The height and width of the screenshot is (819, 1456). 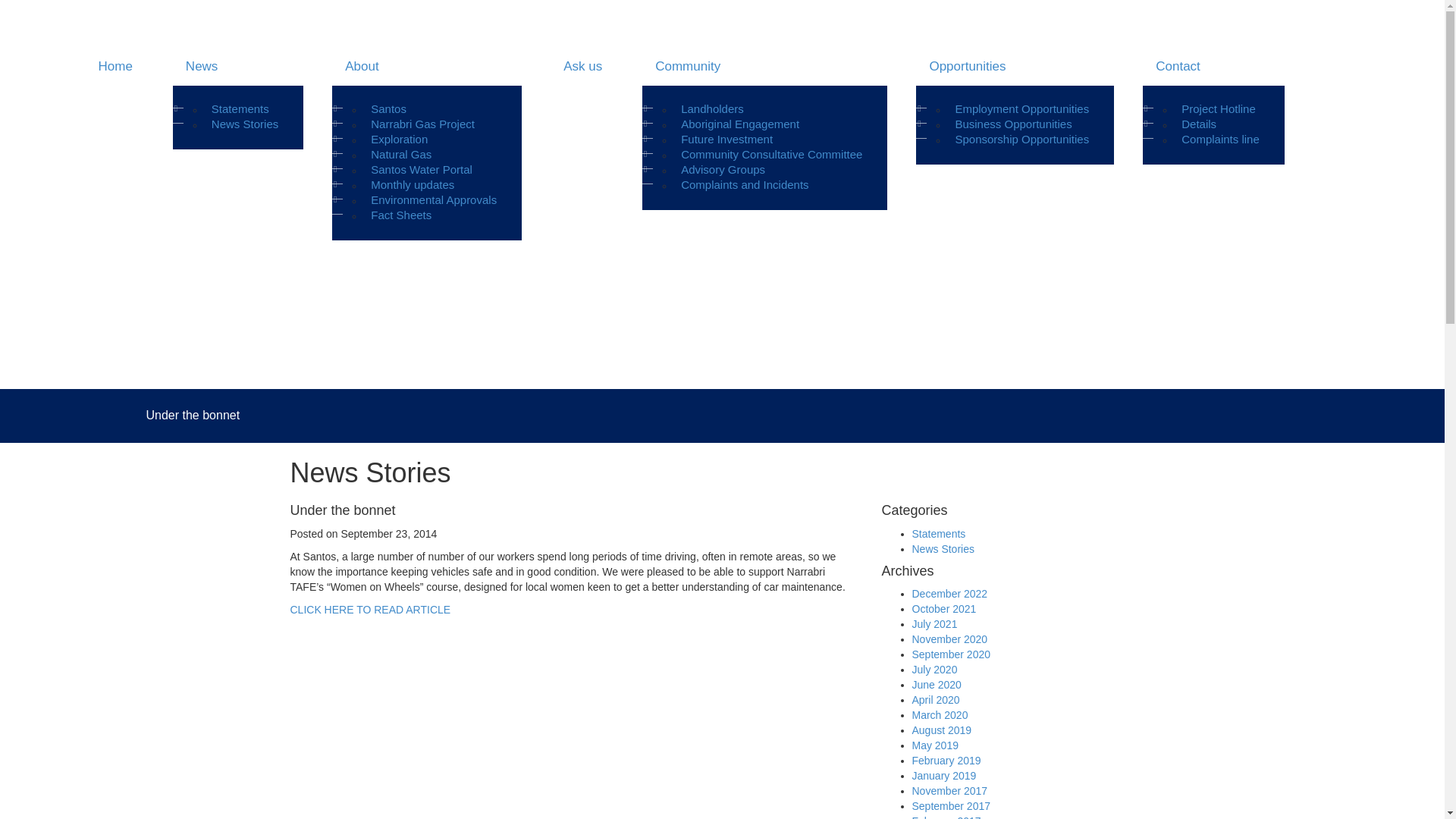 What do you see at coordinates (364, 155) in the screenshot?
I see `'Natural Gas'` at bounding box center [364, 155].